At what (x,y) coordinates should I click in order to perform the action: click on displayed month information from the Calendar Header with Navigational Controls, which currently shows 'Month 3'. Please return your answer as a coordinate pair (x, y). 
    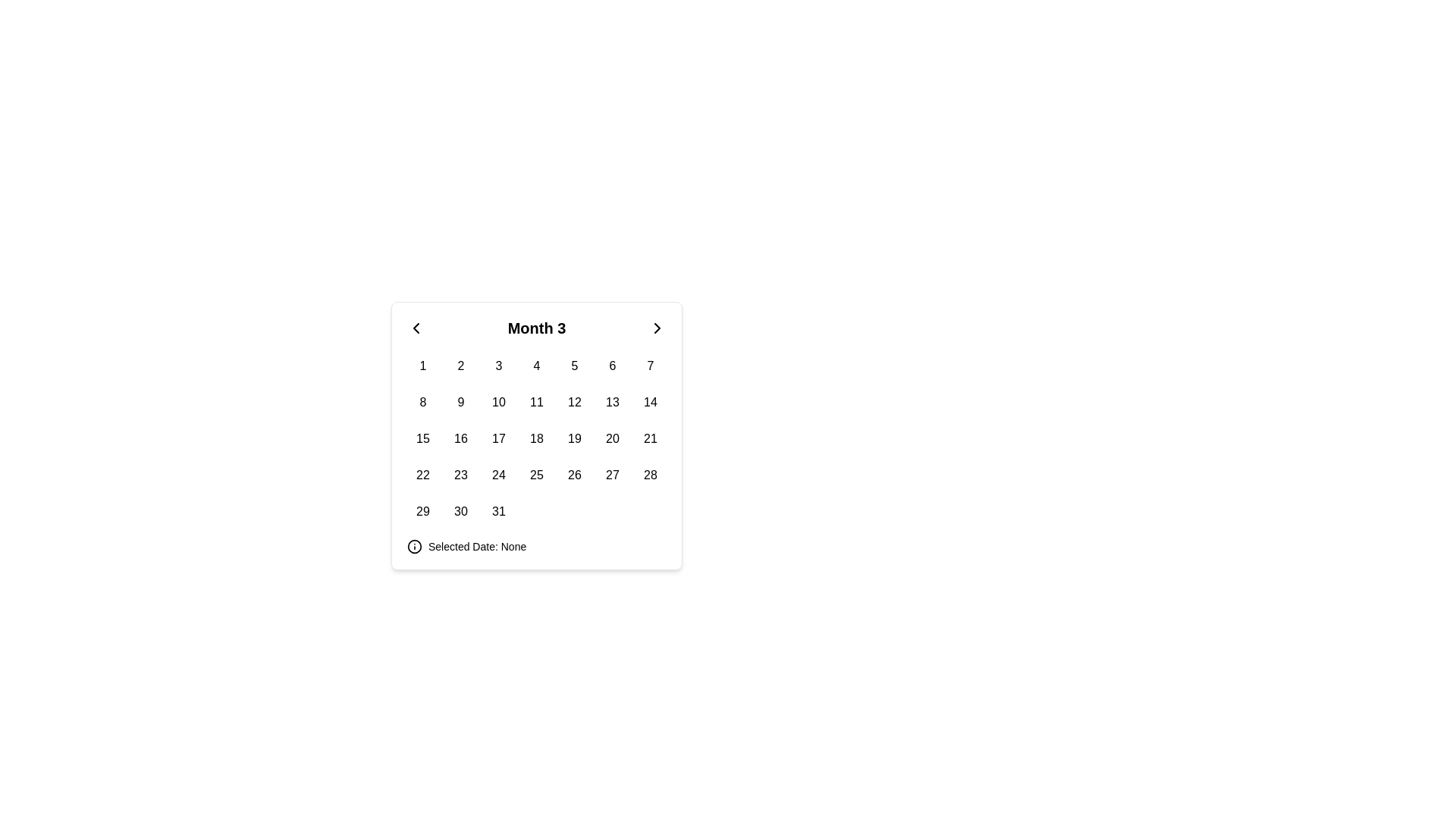
    Looking at the image, I should click on (537, 327).